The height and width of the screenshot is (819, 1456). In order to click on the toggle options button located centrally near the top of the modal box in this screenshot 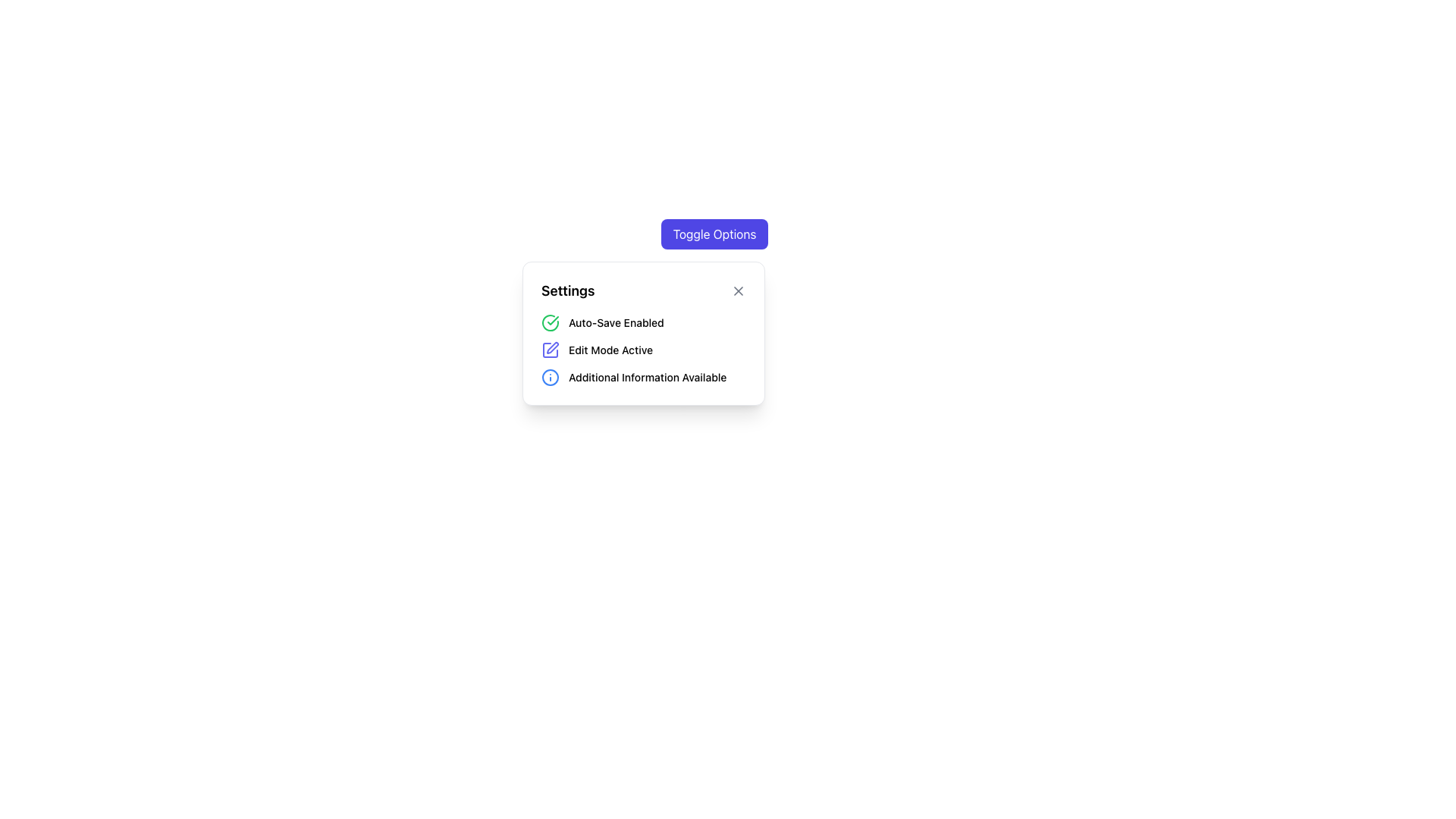, I will do `click(714, 234)`.